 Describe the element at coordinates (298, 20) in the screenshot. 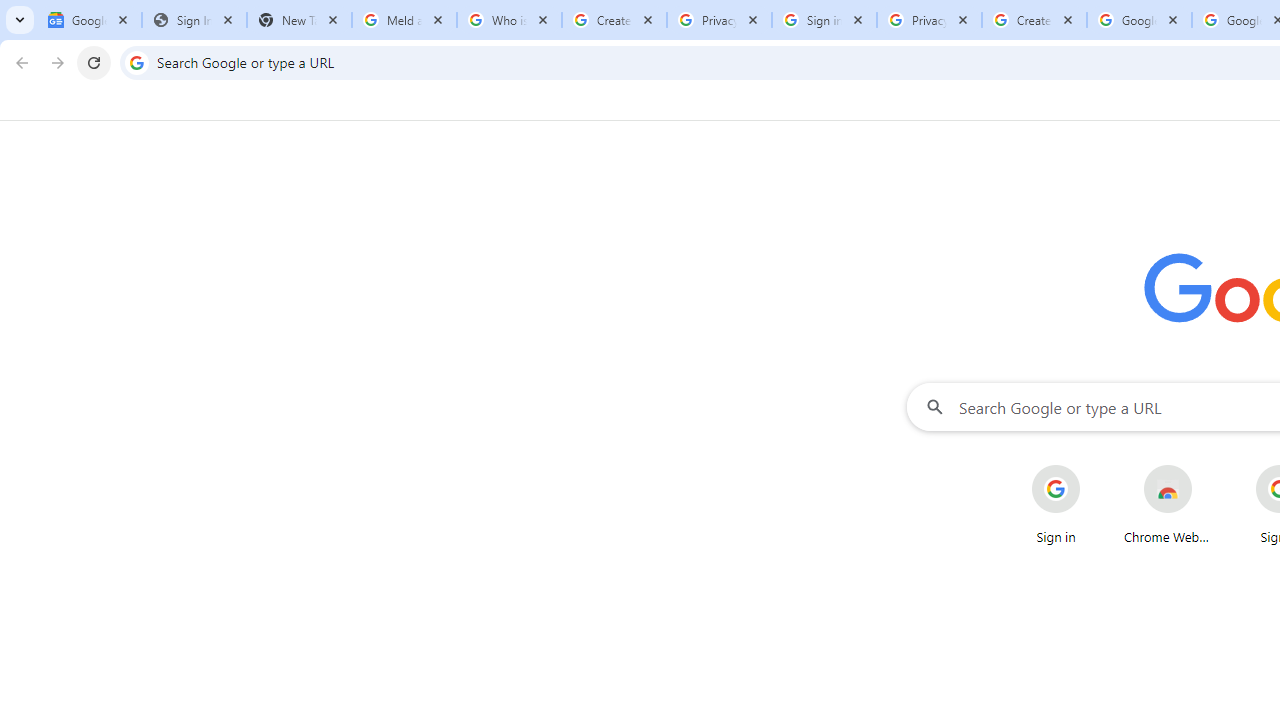

I see `'New Tab'` at that location.